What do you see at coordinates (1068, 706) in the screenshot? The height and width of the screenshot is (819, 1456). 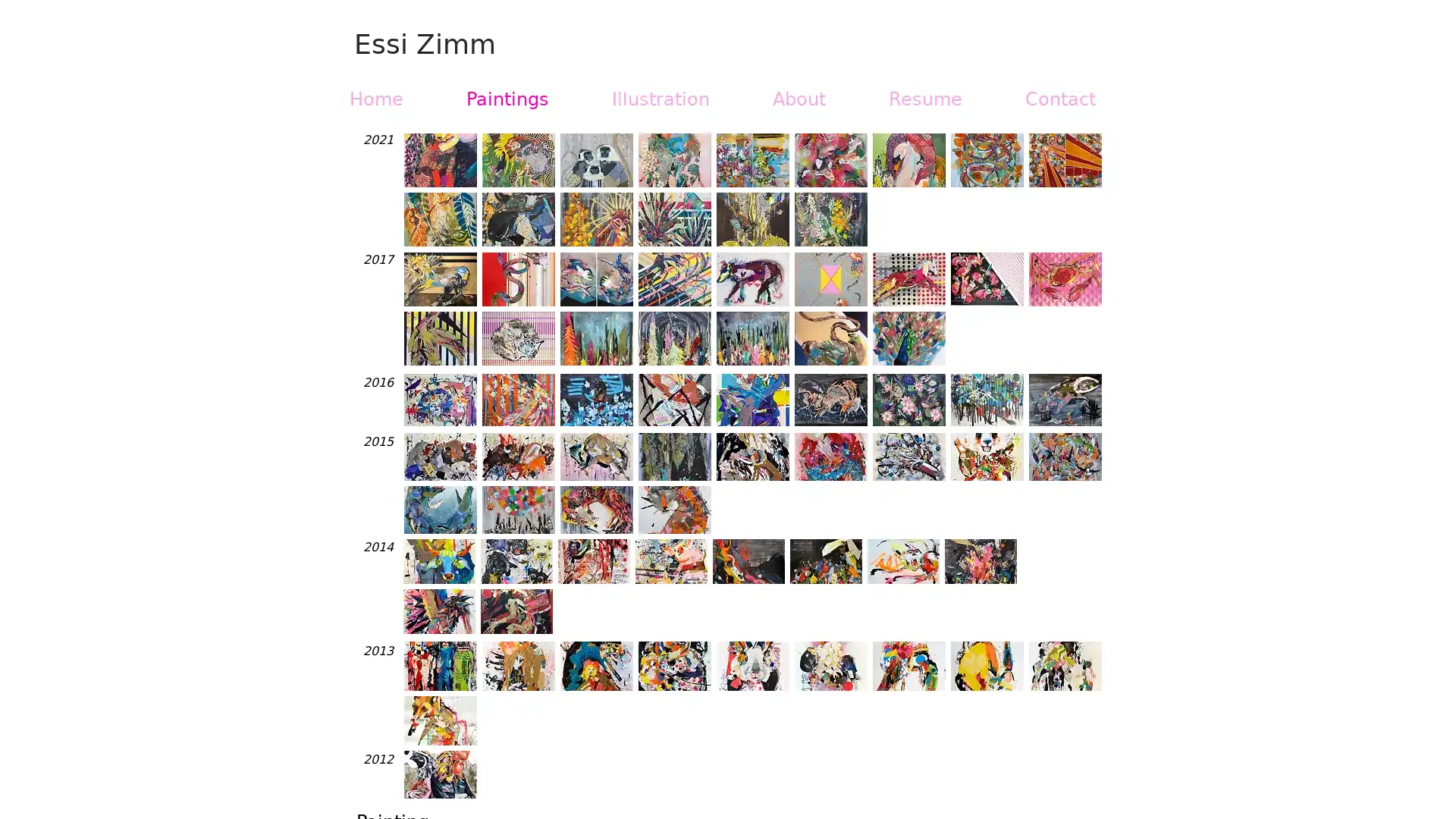 I see `next` at bounding box center [1068, 706].